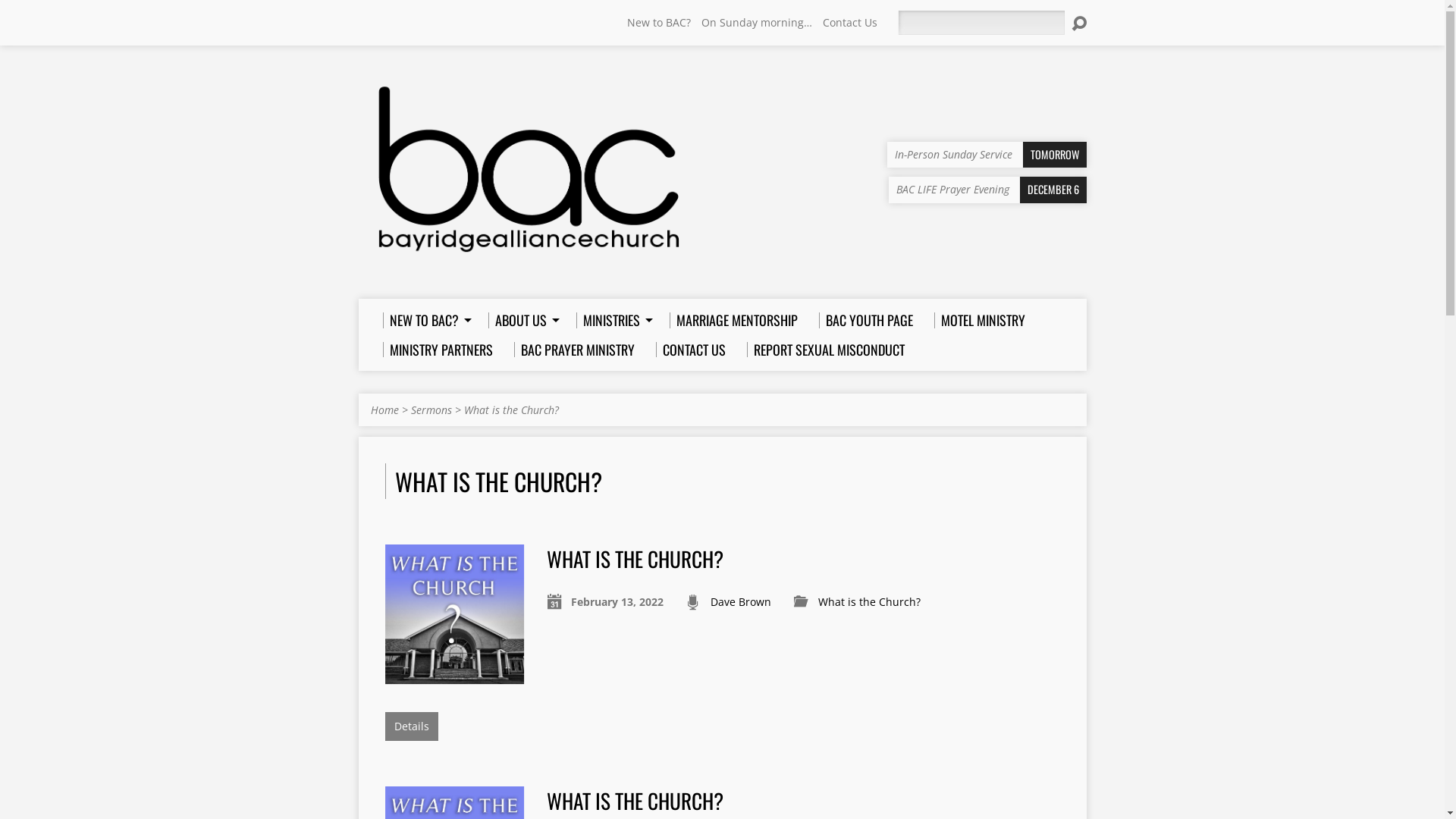 This screenshot has height=819, width=1456. Describe the element at coordinates (384, 409) in the screenshot. I see `'Home'` at that location.